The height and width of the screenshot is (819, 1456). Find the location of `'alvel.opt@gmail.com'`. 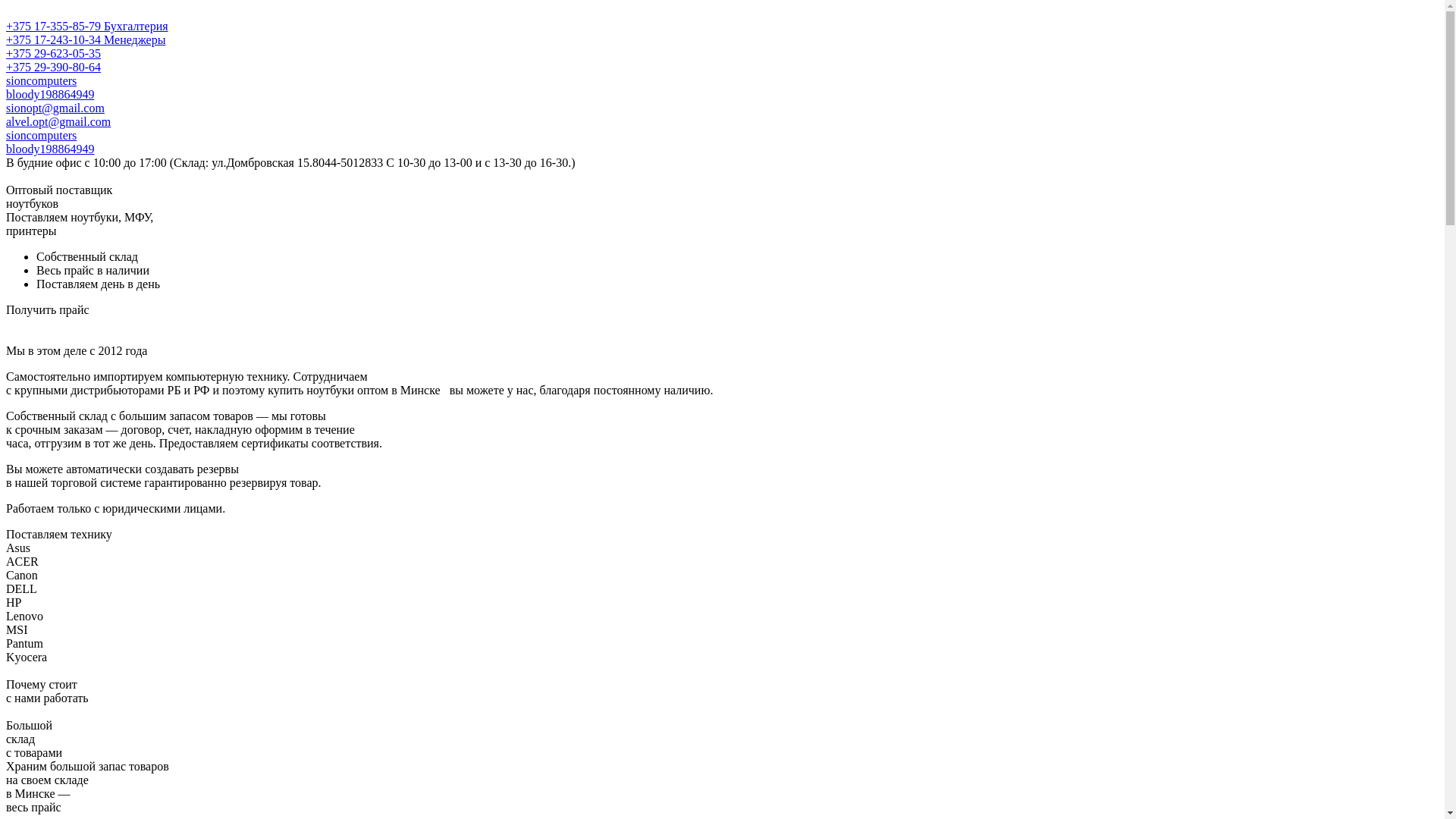

'alvel.opt@gmail.com' is located at coordinates (58, 121).